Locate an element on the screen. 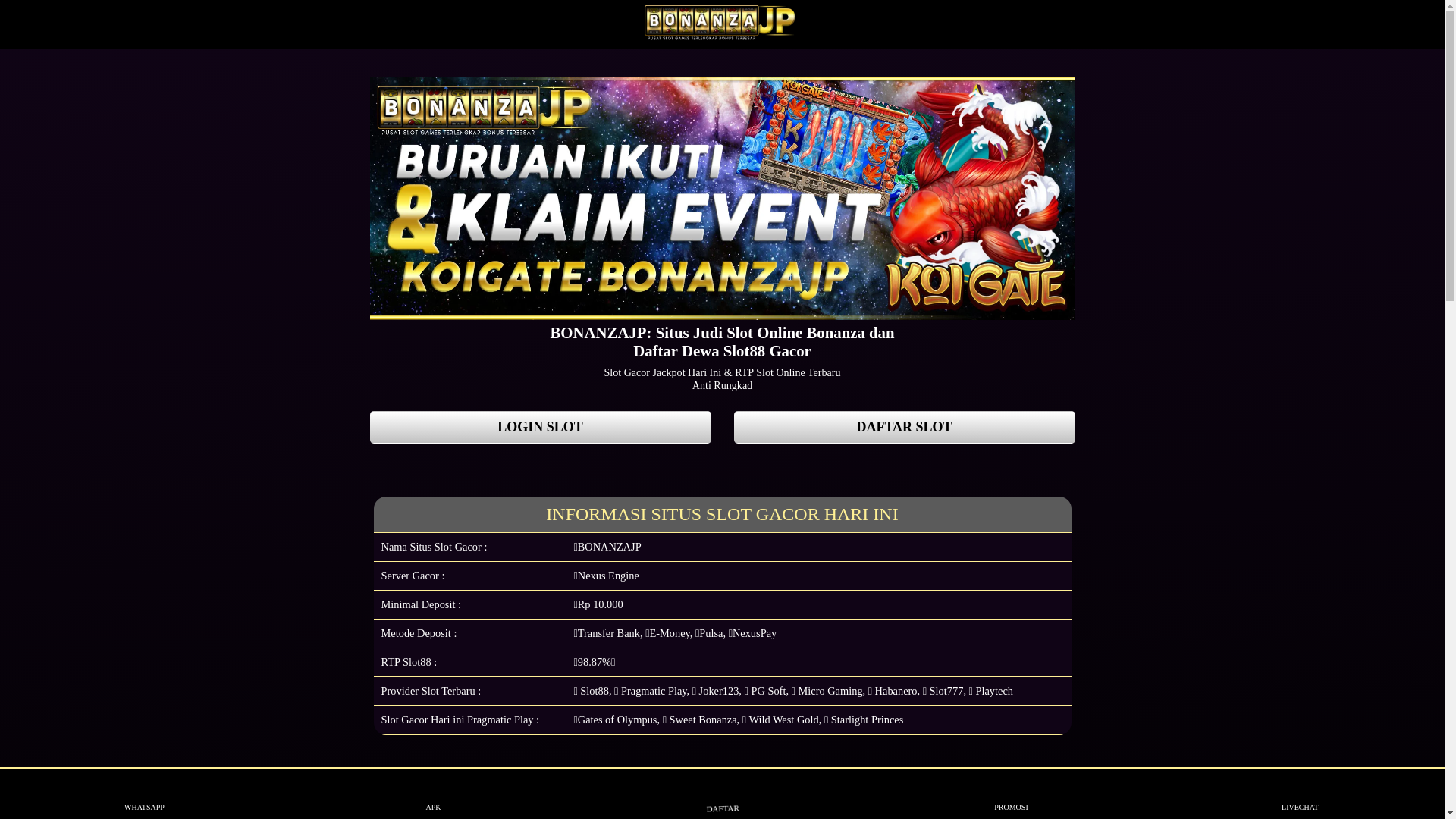 This screenshot has width=1456, height=819. 'APK' is located at coordinates (432, 792).